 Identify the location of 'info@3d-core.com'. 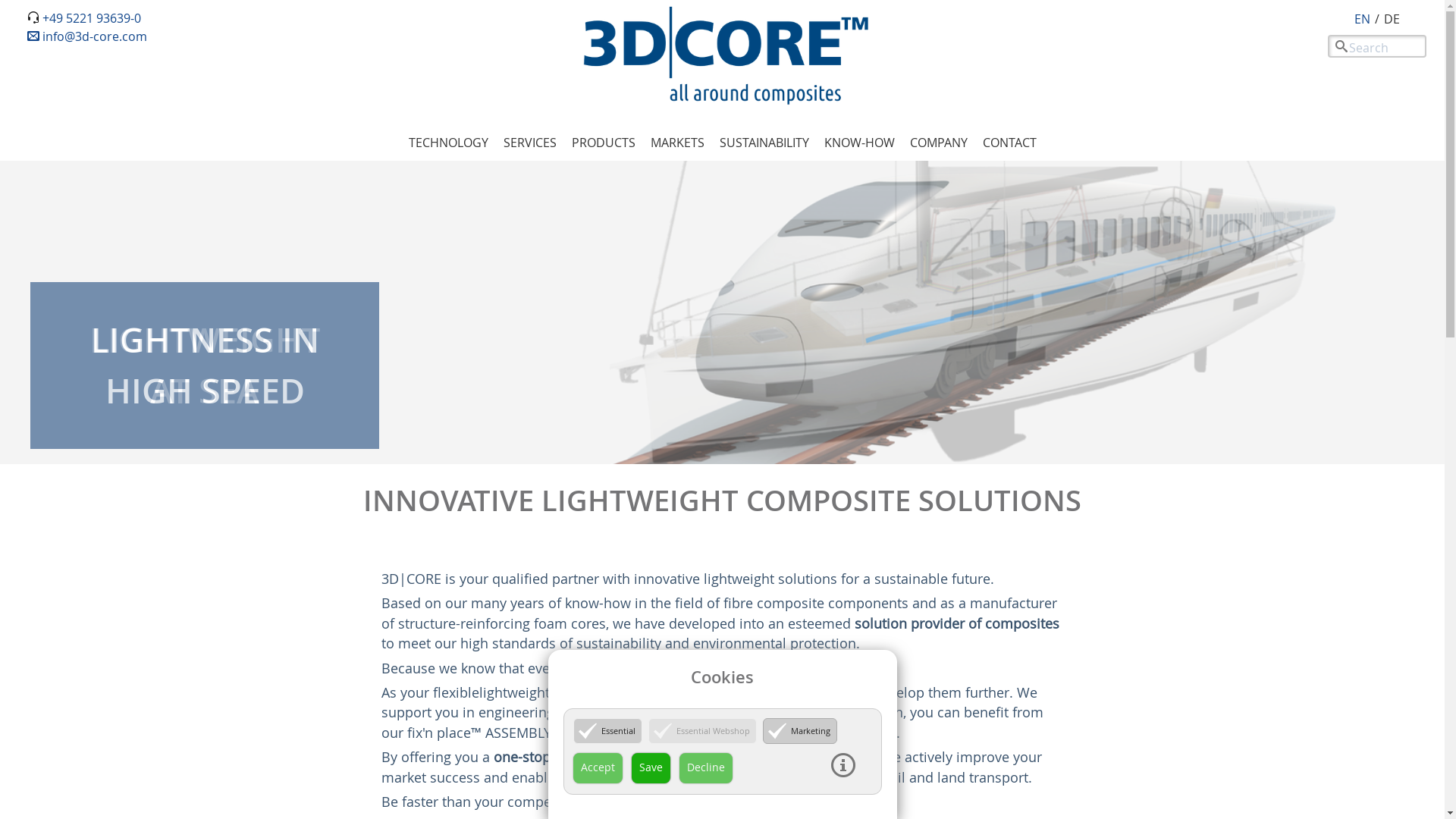
(86, 35).